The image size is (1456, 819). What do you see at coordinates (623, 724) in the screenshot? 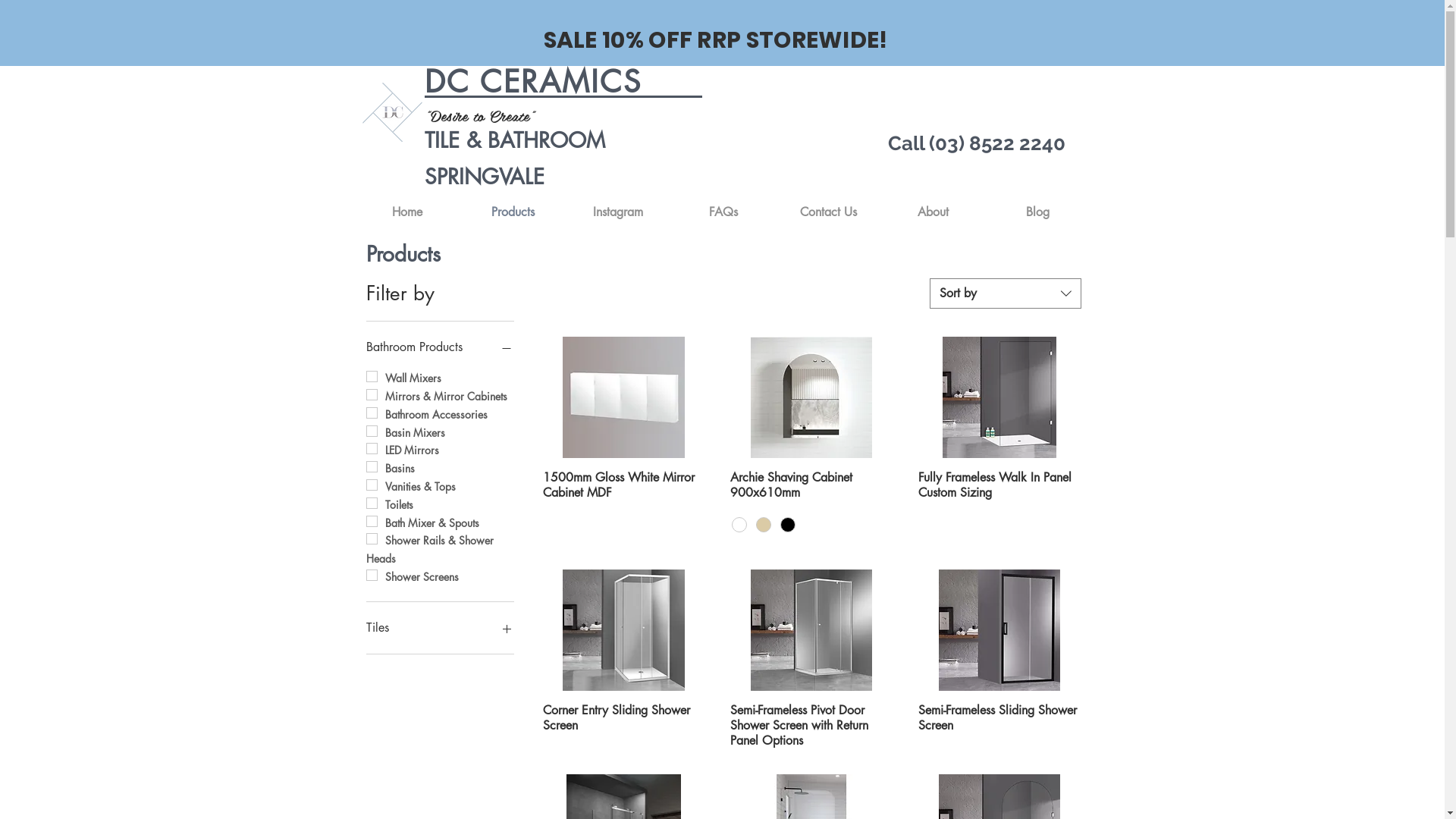
I see `'Corner Entry Sliding Shower Screen'` at bounding box center [623, 724].